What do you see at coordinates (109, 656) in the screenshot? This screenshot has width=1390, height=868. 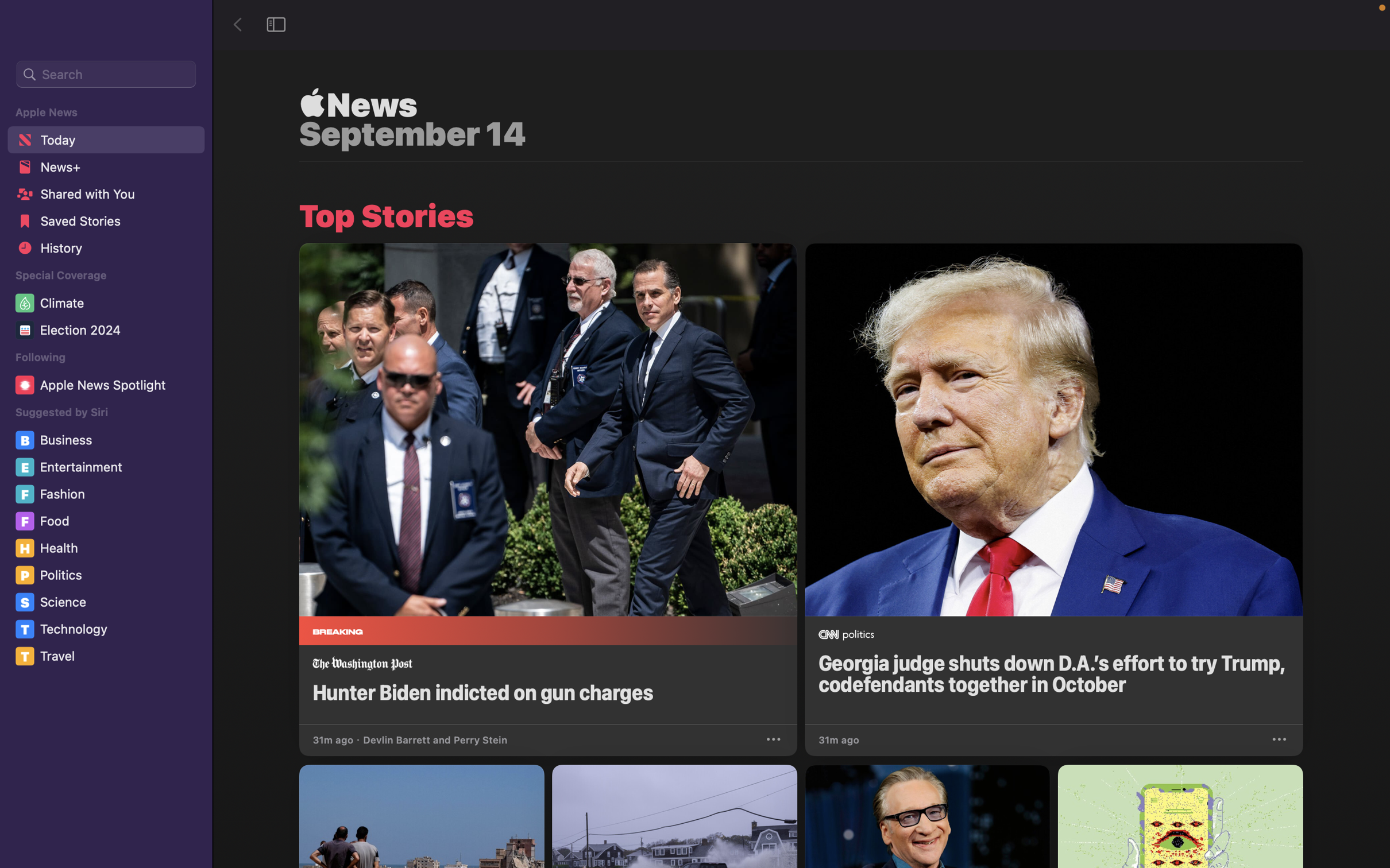 I see `the "Travel" domain` at bounding box center [109, 656].